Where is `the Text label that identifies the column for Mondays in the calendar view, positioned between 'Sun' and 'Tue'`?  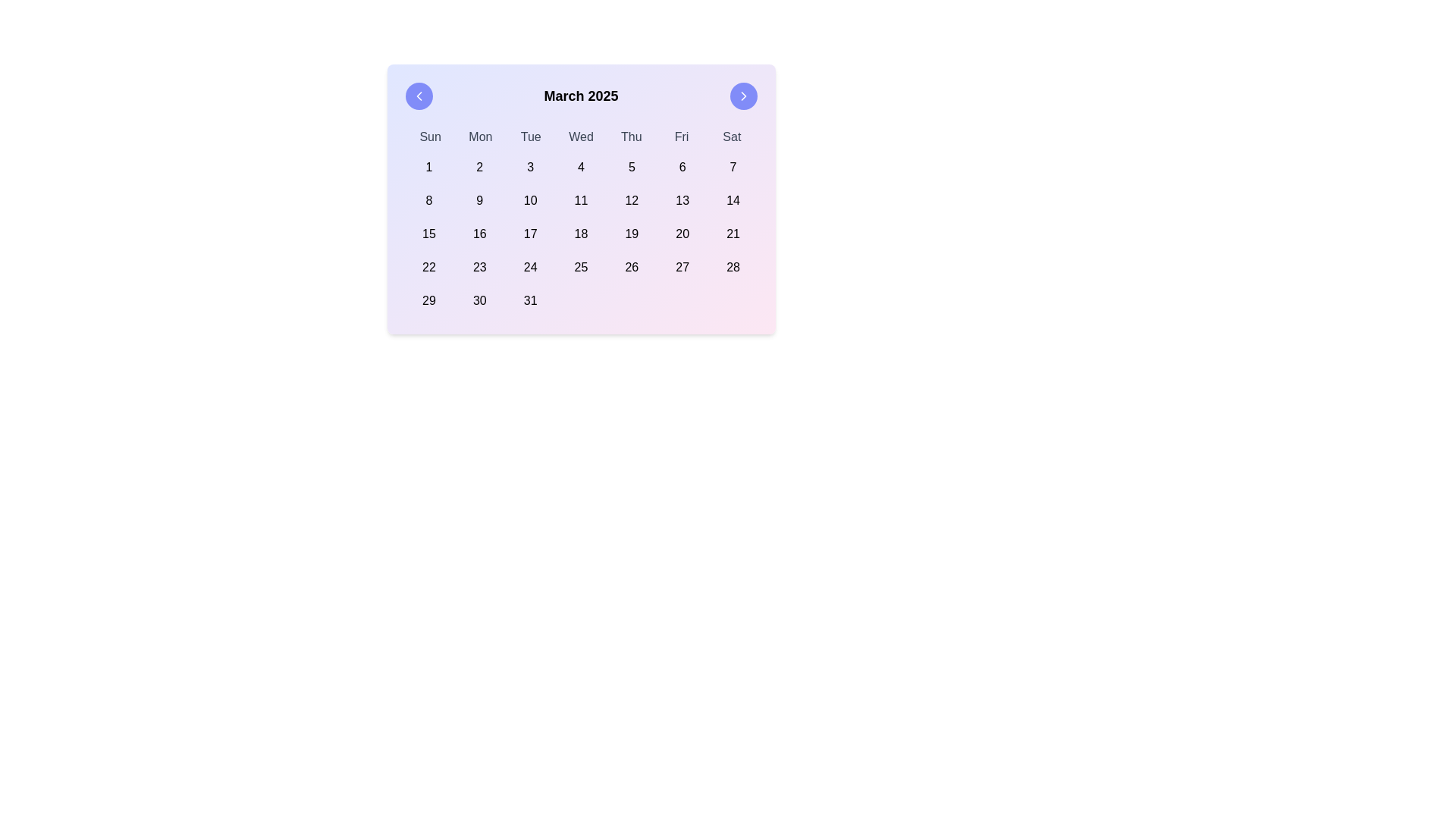 the Text label that identifies the column for Mondays in the calendar view, positioned between 'Sun' and 'Tue' is located at coordinates (479, 137).